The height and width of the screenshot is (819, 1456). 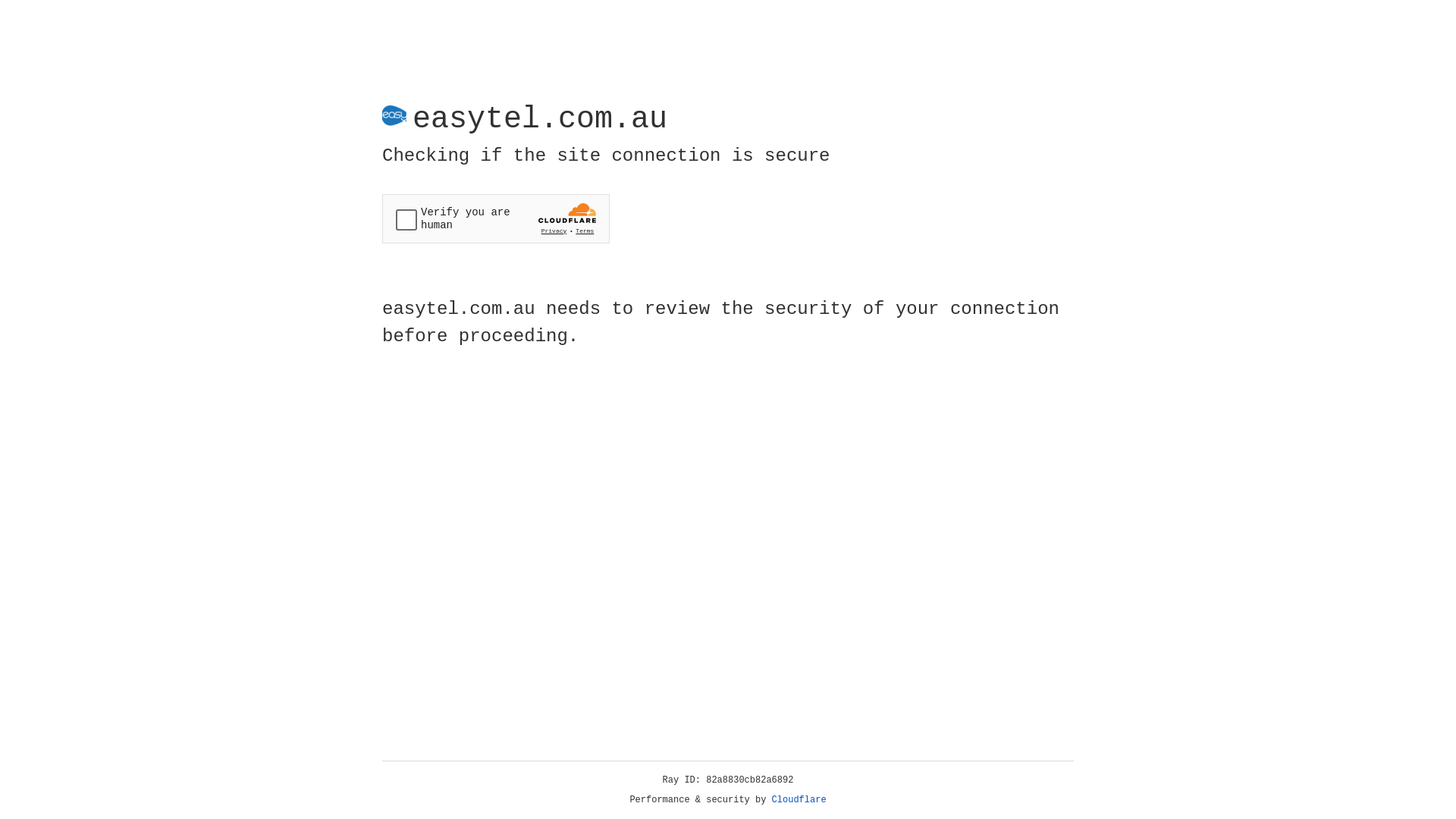 What do you see at coordinates (495, 218) in the screenshot?
I see `'Widget containing a Cloudflare security challenge'` at bounding box center [495, 218].